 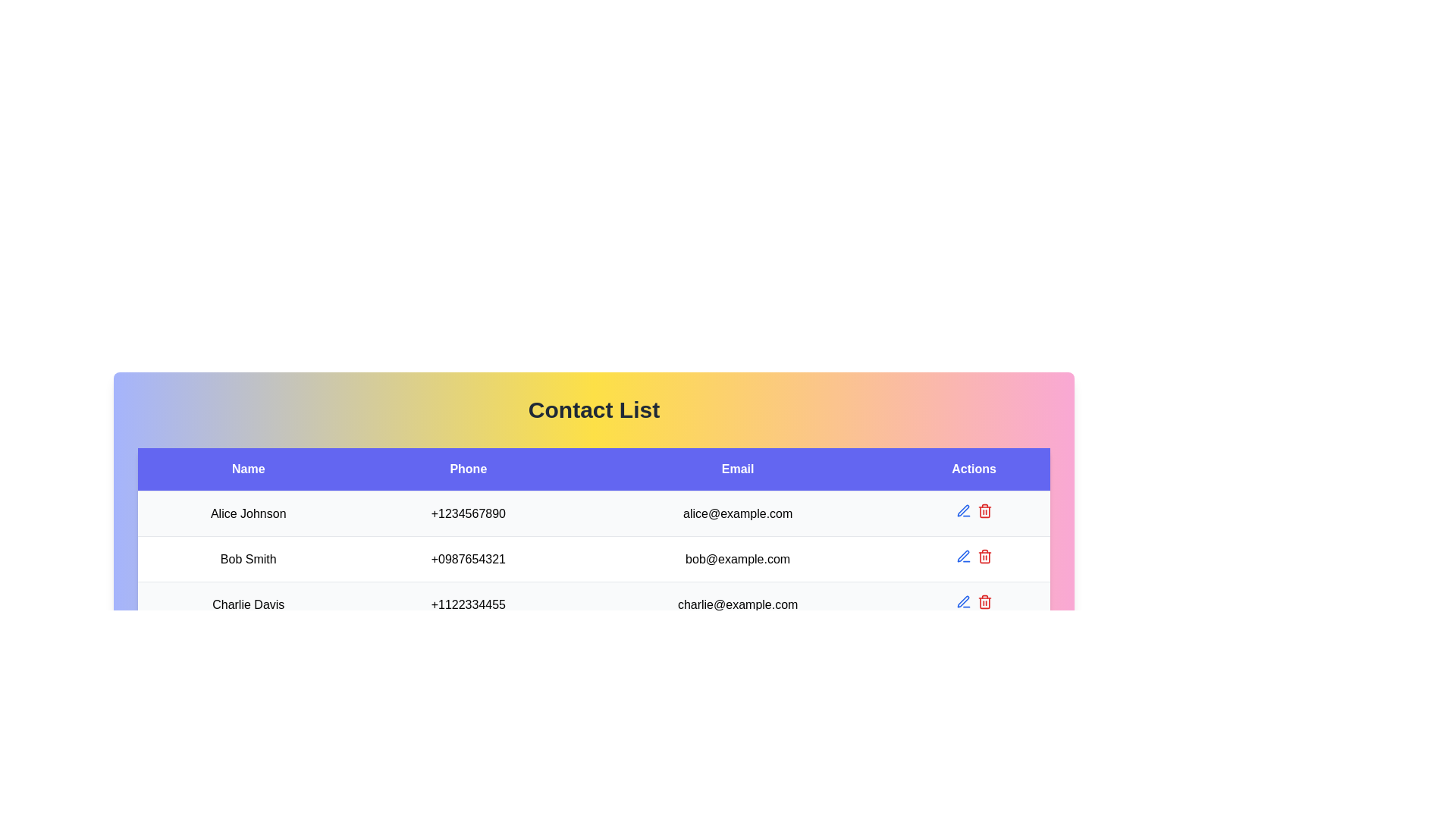 I want to click on the text element displaying 'Charlie Davis' in bold font, located in the first column of the third row under the header 'Name', so click(x=248, y=604).